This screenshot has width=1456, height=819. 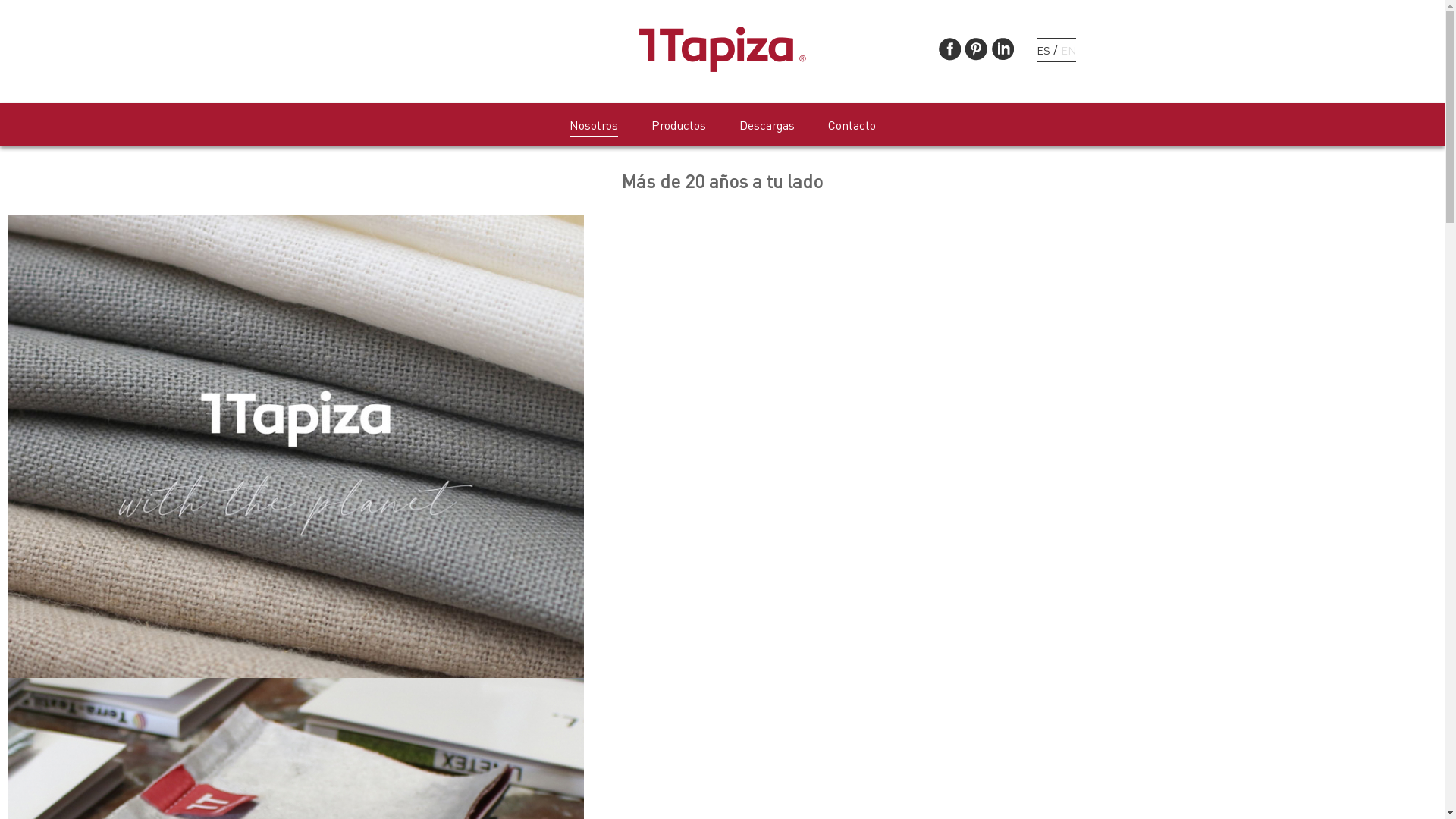 I want to click on 'Contacto', so click(x=852, y=125).